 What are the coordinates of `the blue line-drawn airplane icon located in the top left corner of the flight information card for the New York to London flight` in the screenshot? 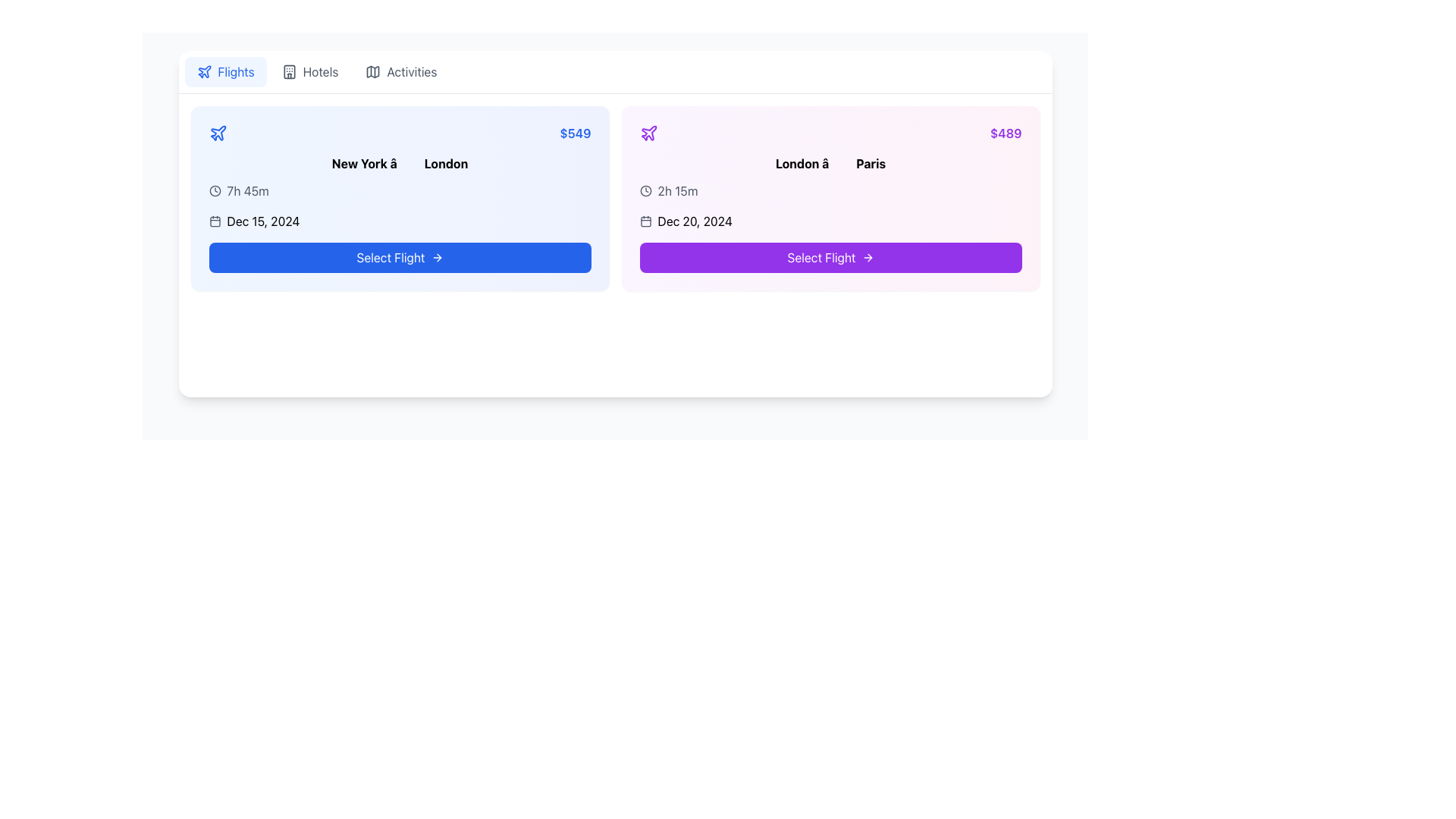 It's located at (217, 132).